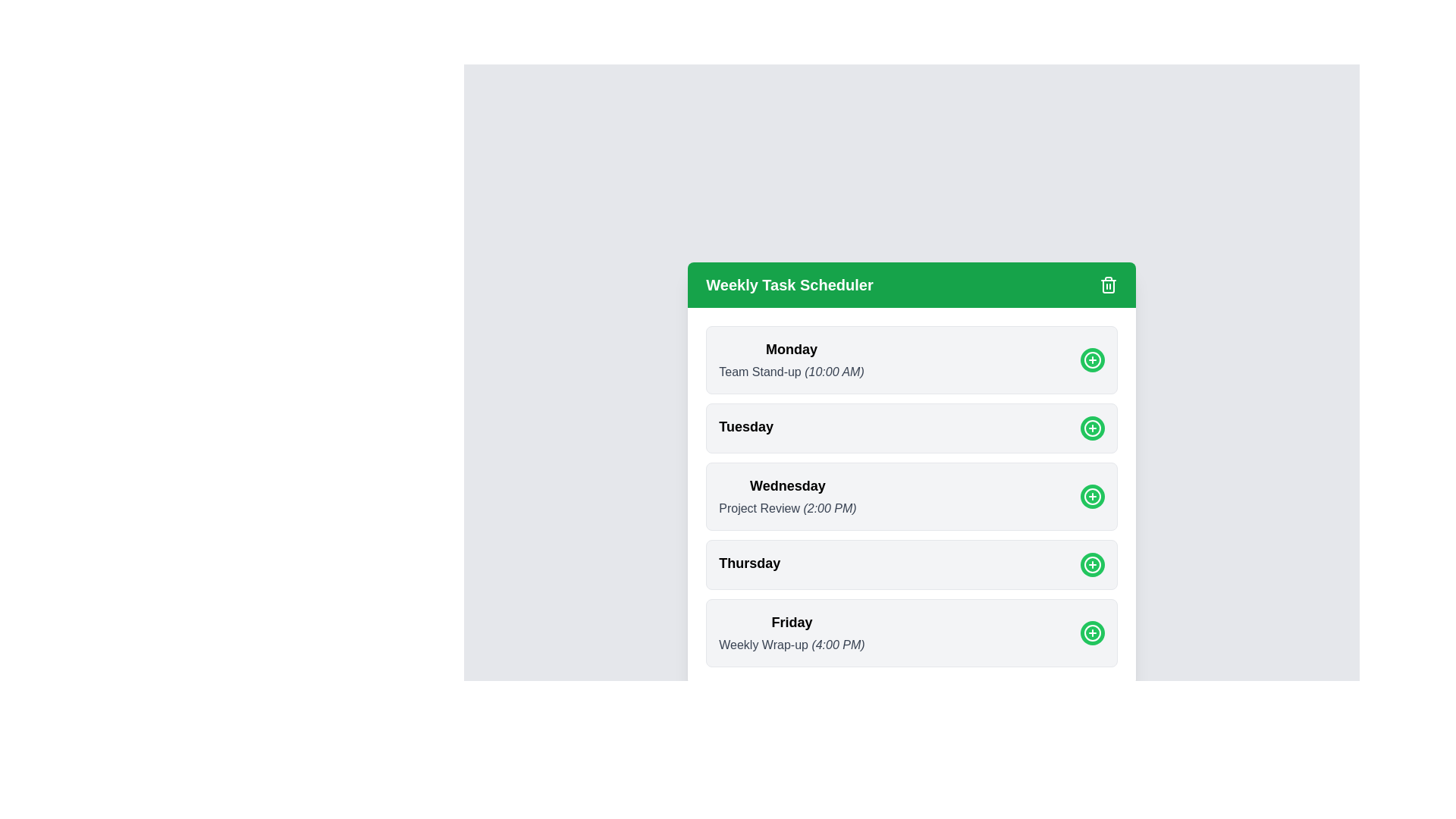 Image resolution: width=1456 pixels, height=819 pixels. I want to click on the header section of the Weekly Task Scheduler dialog, so click(911, 284).